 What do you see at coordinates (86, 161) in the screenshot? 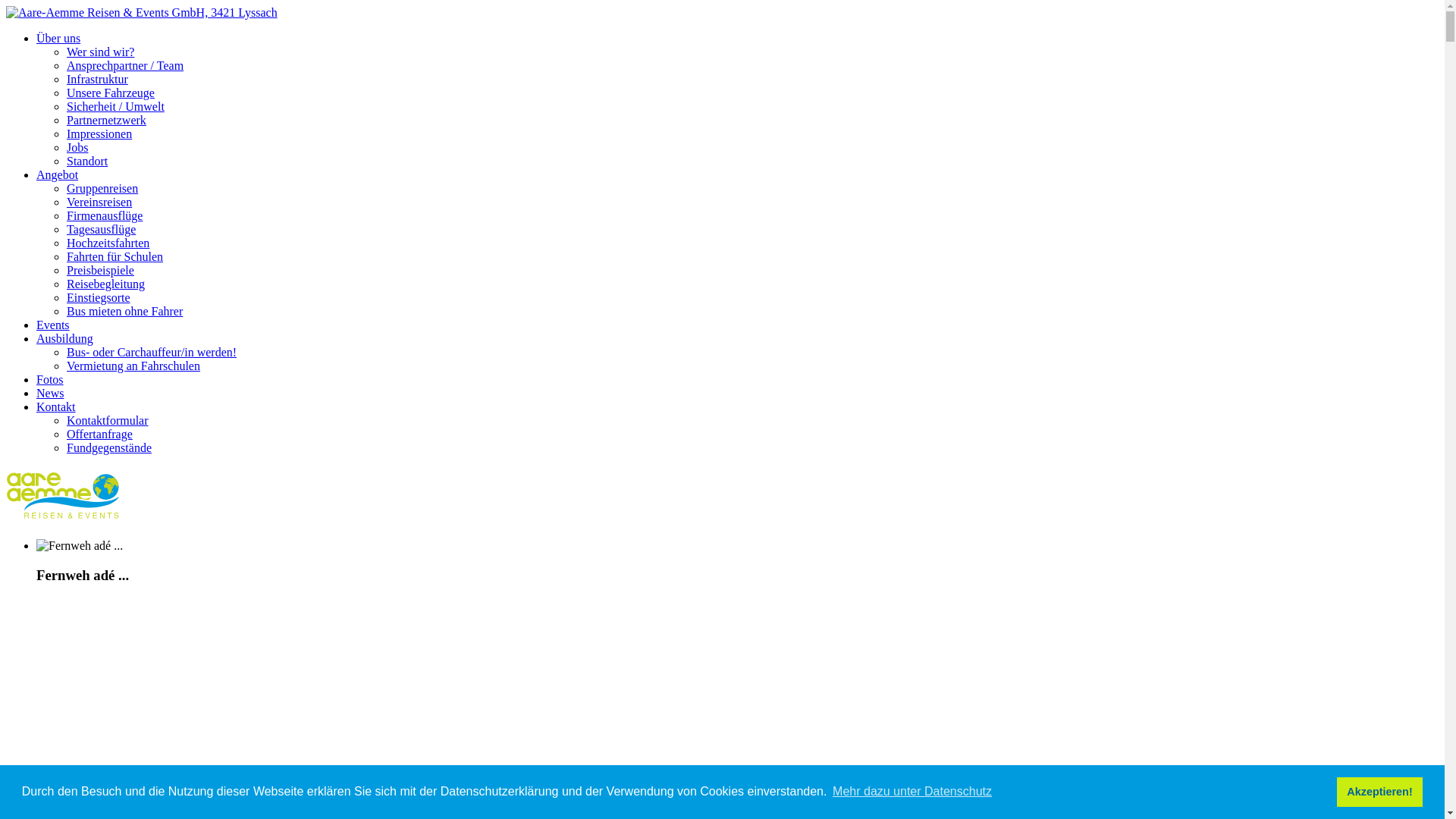
I see `'Standort'` at bounding box center [86, 161].